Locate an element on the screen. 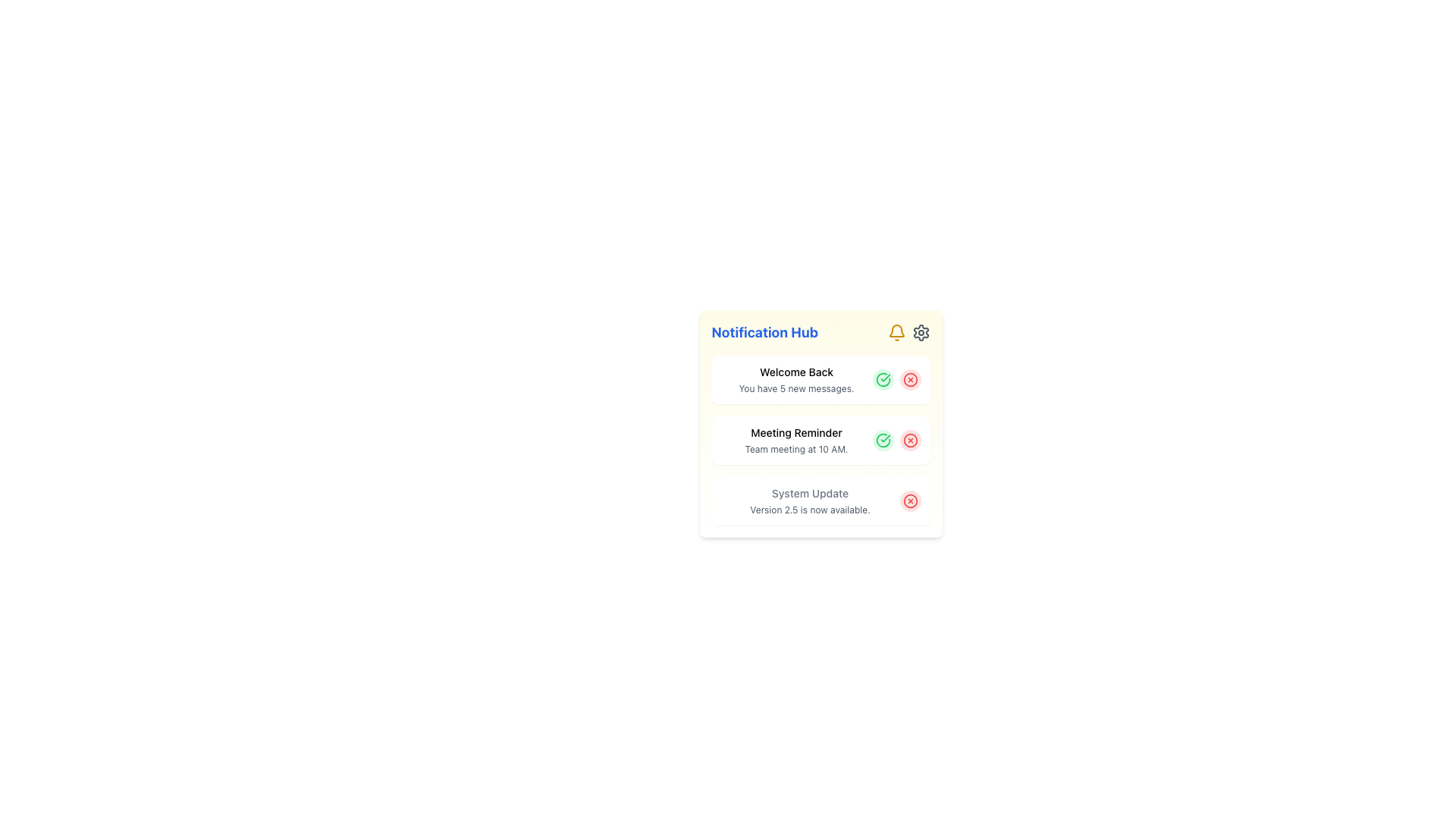 This screenshot has height=819, width=1456. the notification entry titled 'Meeting Reminder' is located at coordinates (820, 424).